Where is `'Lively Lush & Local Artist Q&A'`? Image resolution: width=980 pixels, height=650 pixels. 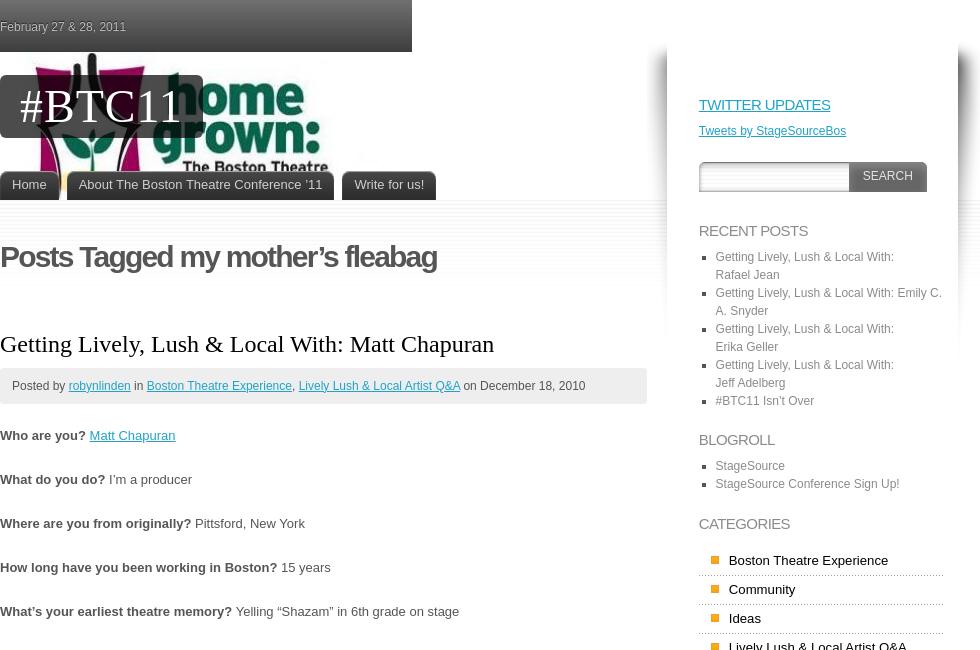 'Lively Lush & Local Artist Q&A' is located at coordinates (378, 384).